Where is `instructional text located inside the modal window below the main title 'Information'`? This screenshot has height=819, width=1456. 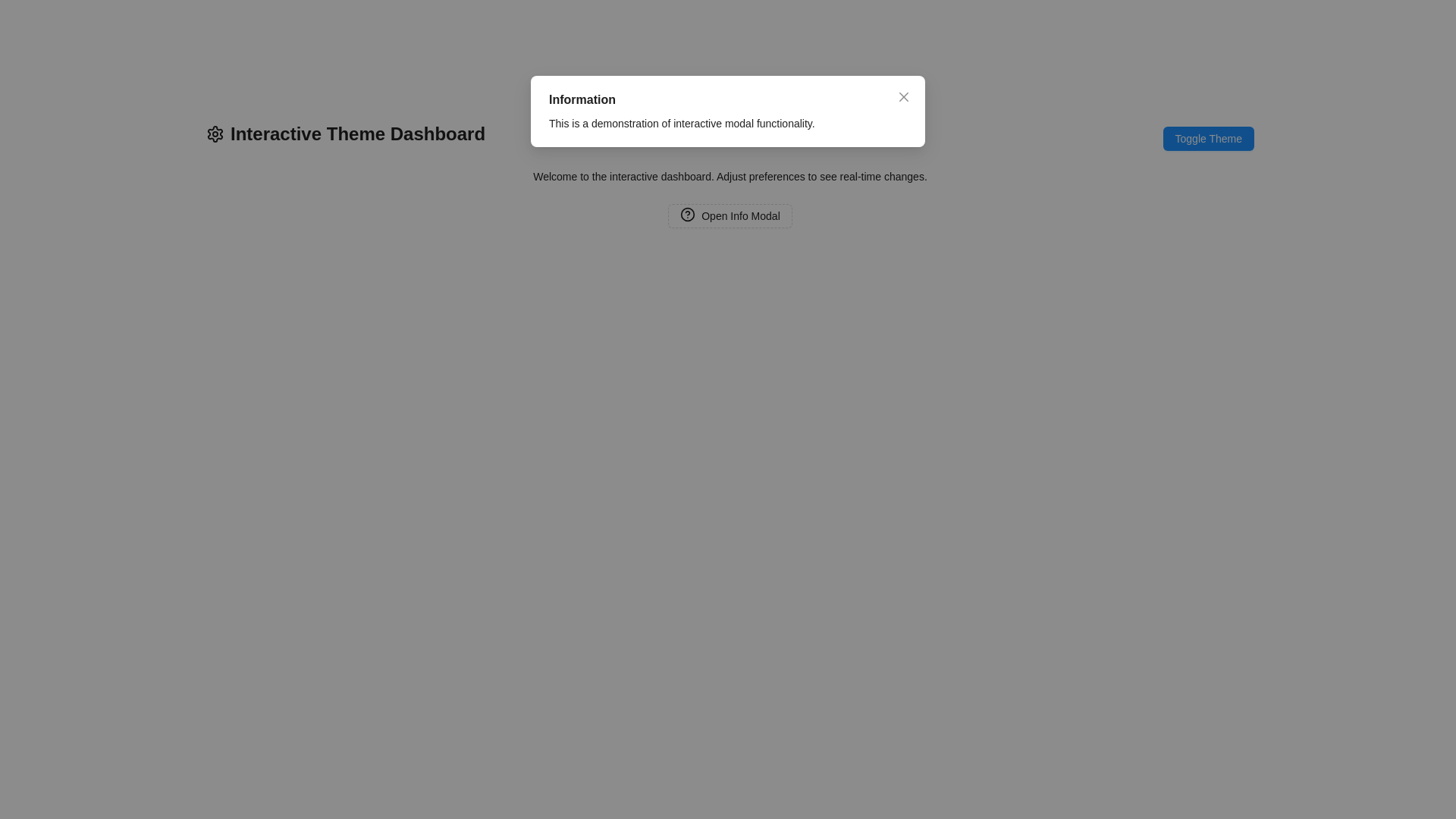 instructional text located inside the modal window below the main title 'Information' is located at coordinates (730, 175).